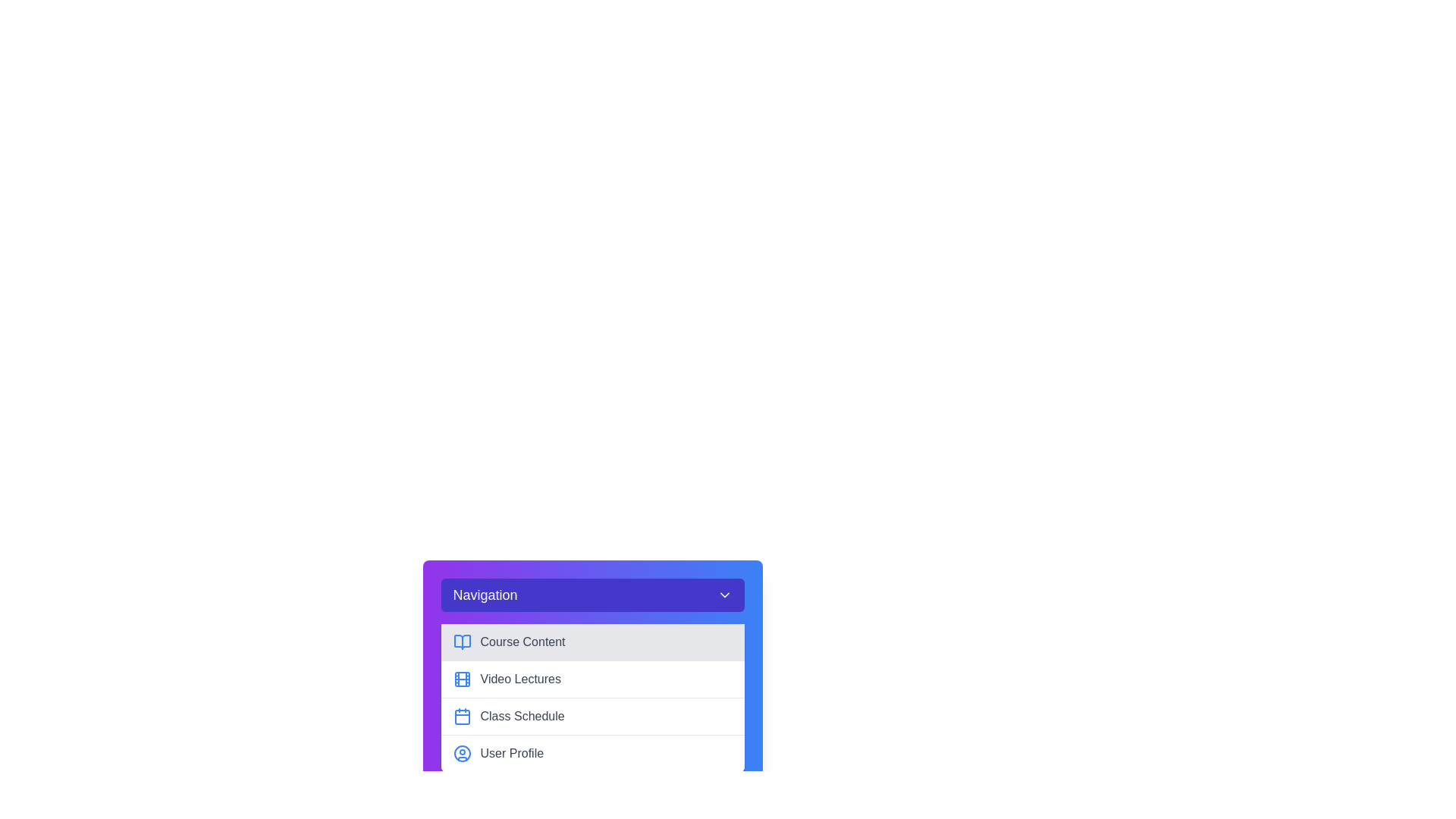 This screenshot has width=1456, height=819. What do you see at coordinates (512, 754) in the screenshot?
I see `the 'User Profile' text label located at the bottom of the vertical menu, positioned to the right of the blue user icon` at bounding box center [512, 754].